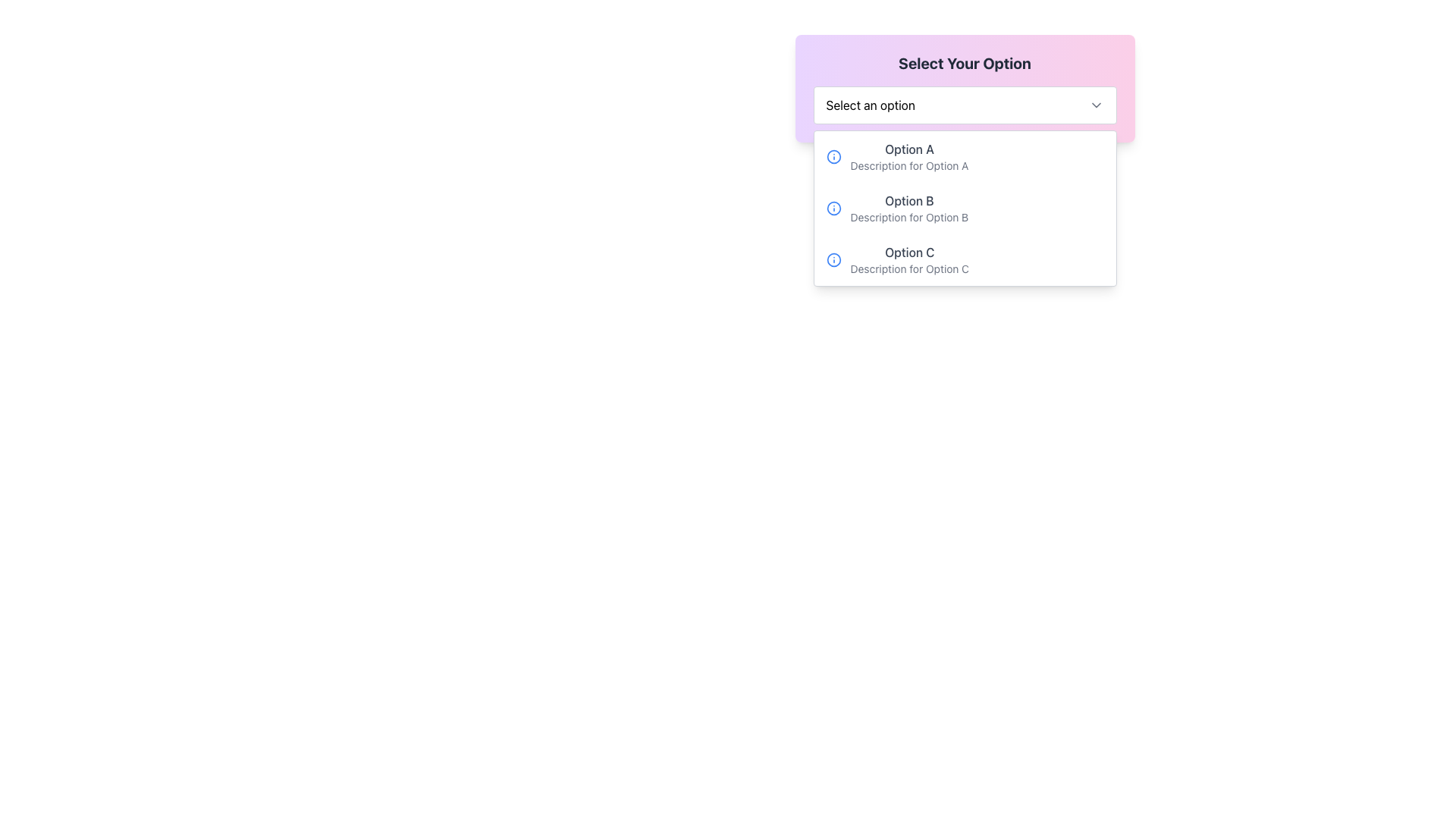 The image size is (1456, 819). I want to click on the selectable list item representing 'Option C', so click(964, 259).